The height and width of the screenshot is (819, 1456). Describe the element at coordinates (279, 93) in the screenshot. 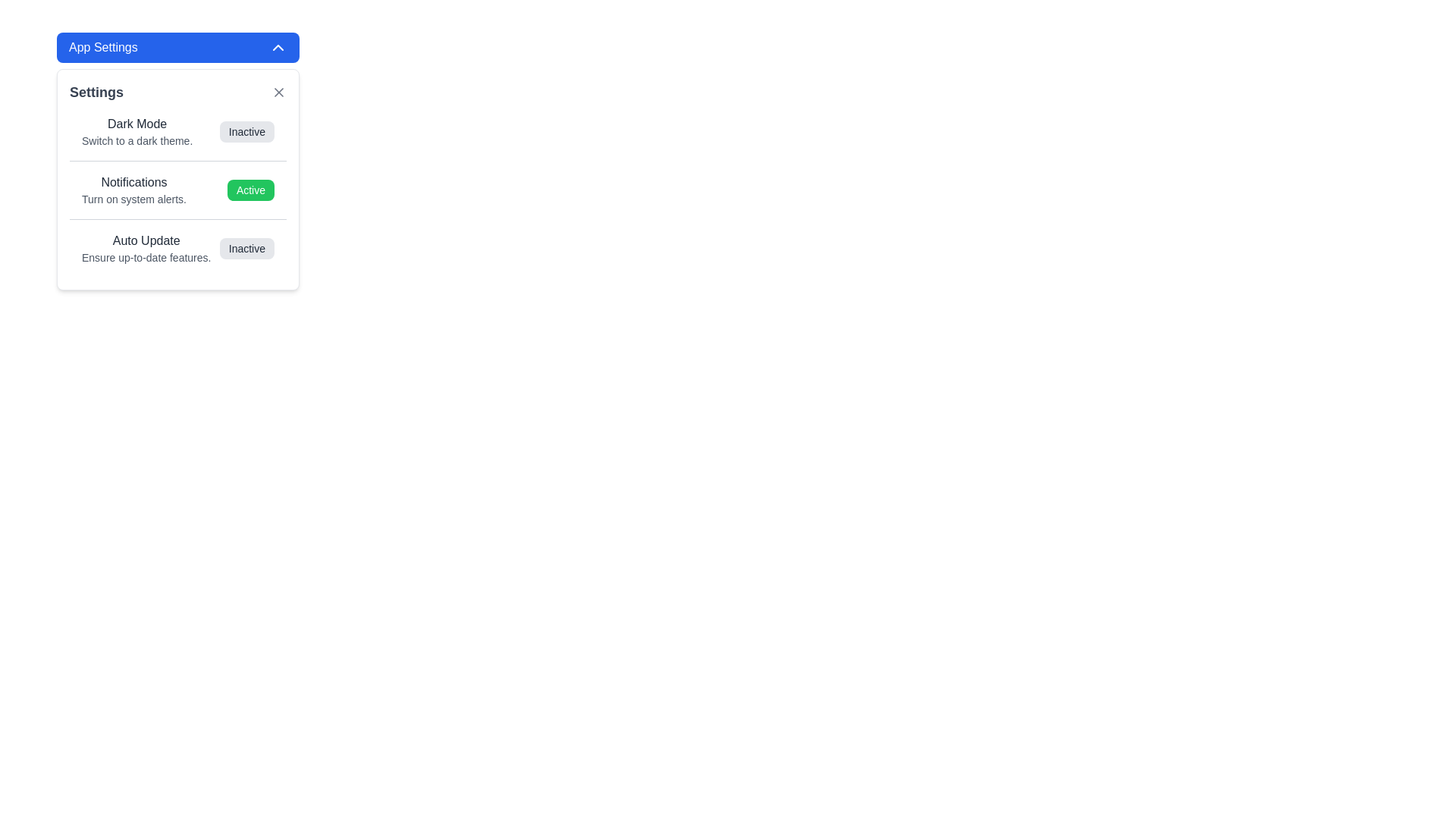

I see `the small gray 'X' button located in the top-right corner of the 'Settings' card` at that location.